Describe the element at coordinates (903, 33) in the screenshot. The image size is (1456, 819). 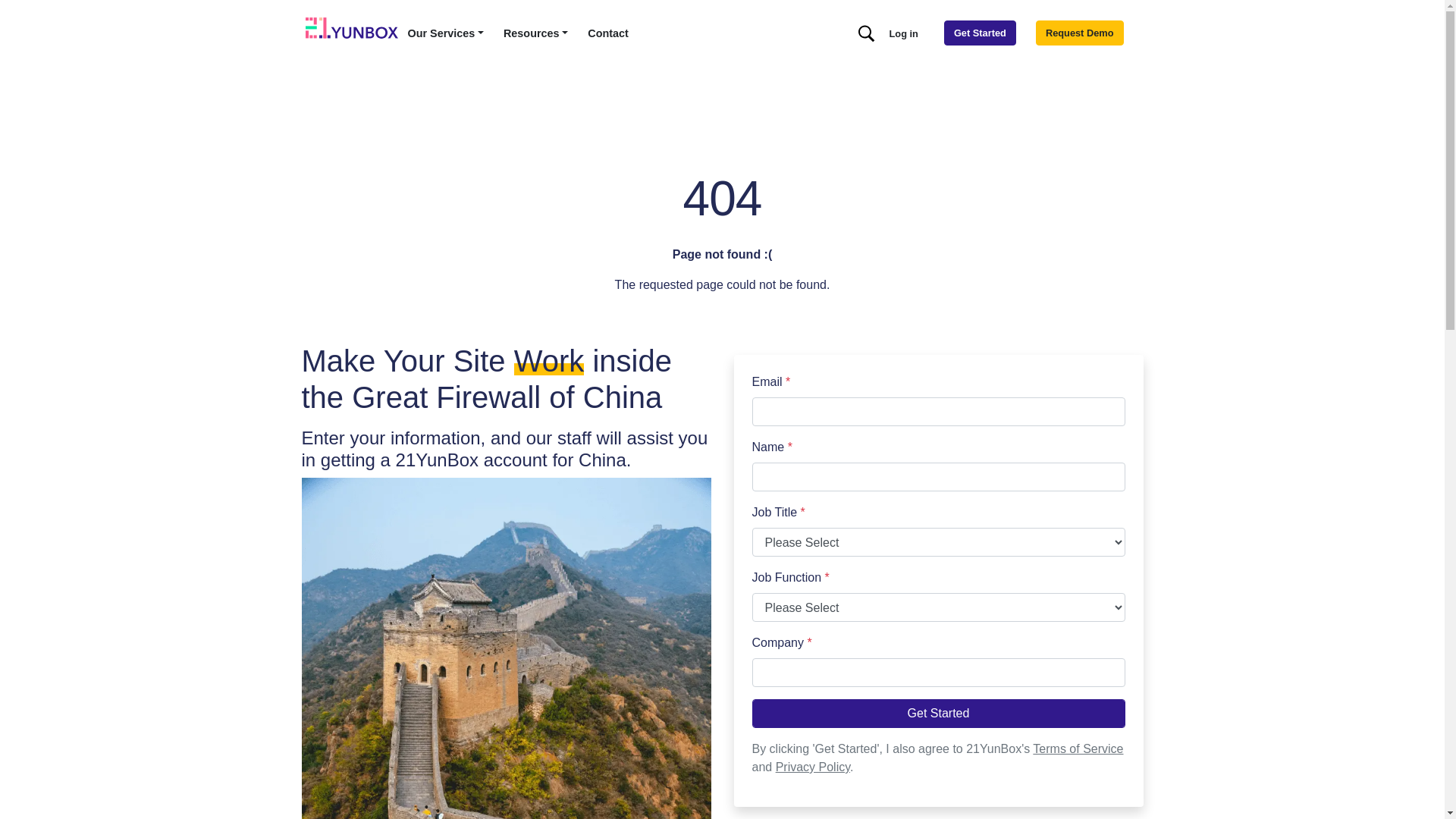
I see `'Log in'` at that location.